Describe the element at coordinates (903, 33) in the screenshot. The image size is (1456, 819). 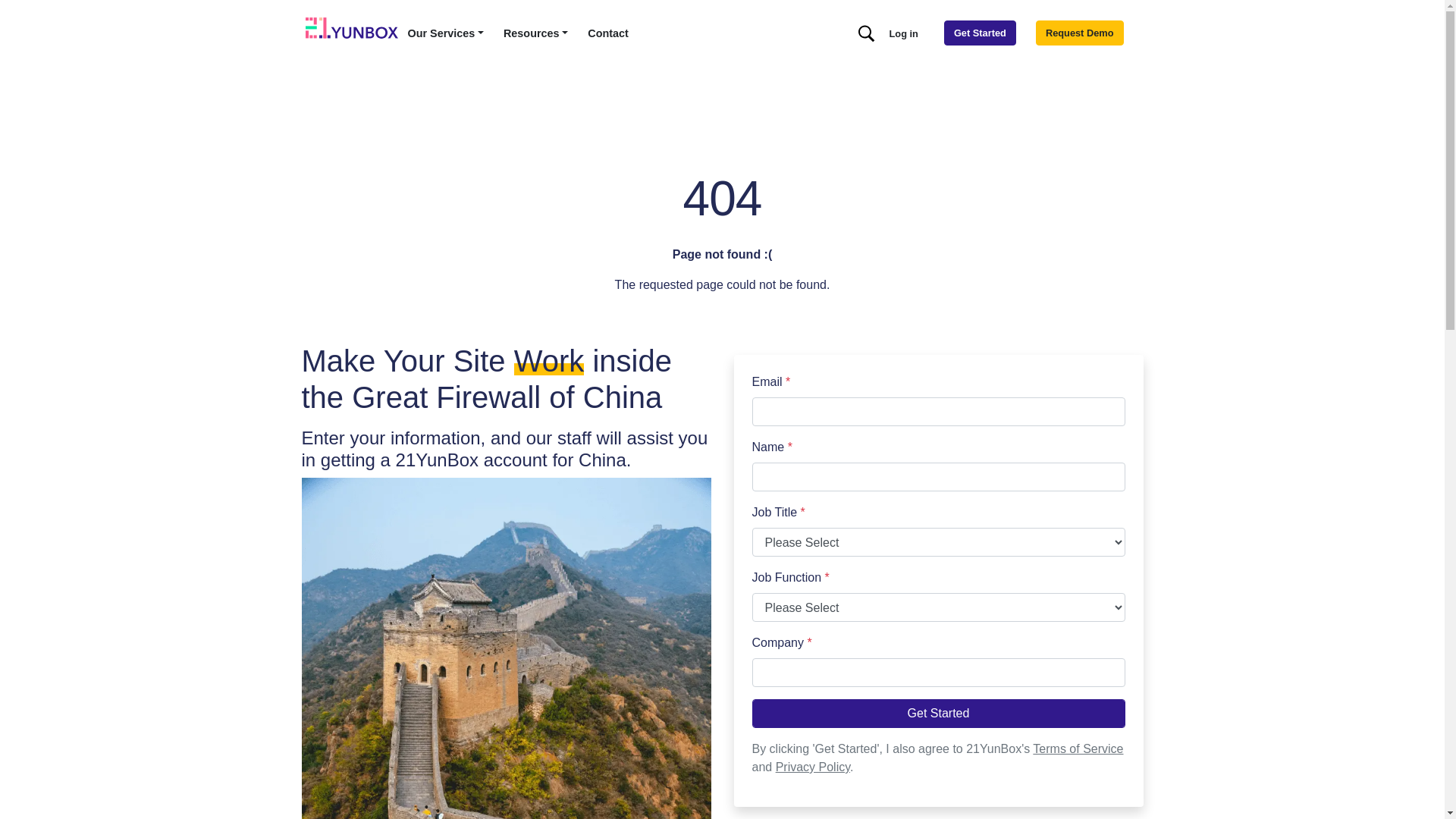
I see `'Log in'` at that location.